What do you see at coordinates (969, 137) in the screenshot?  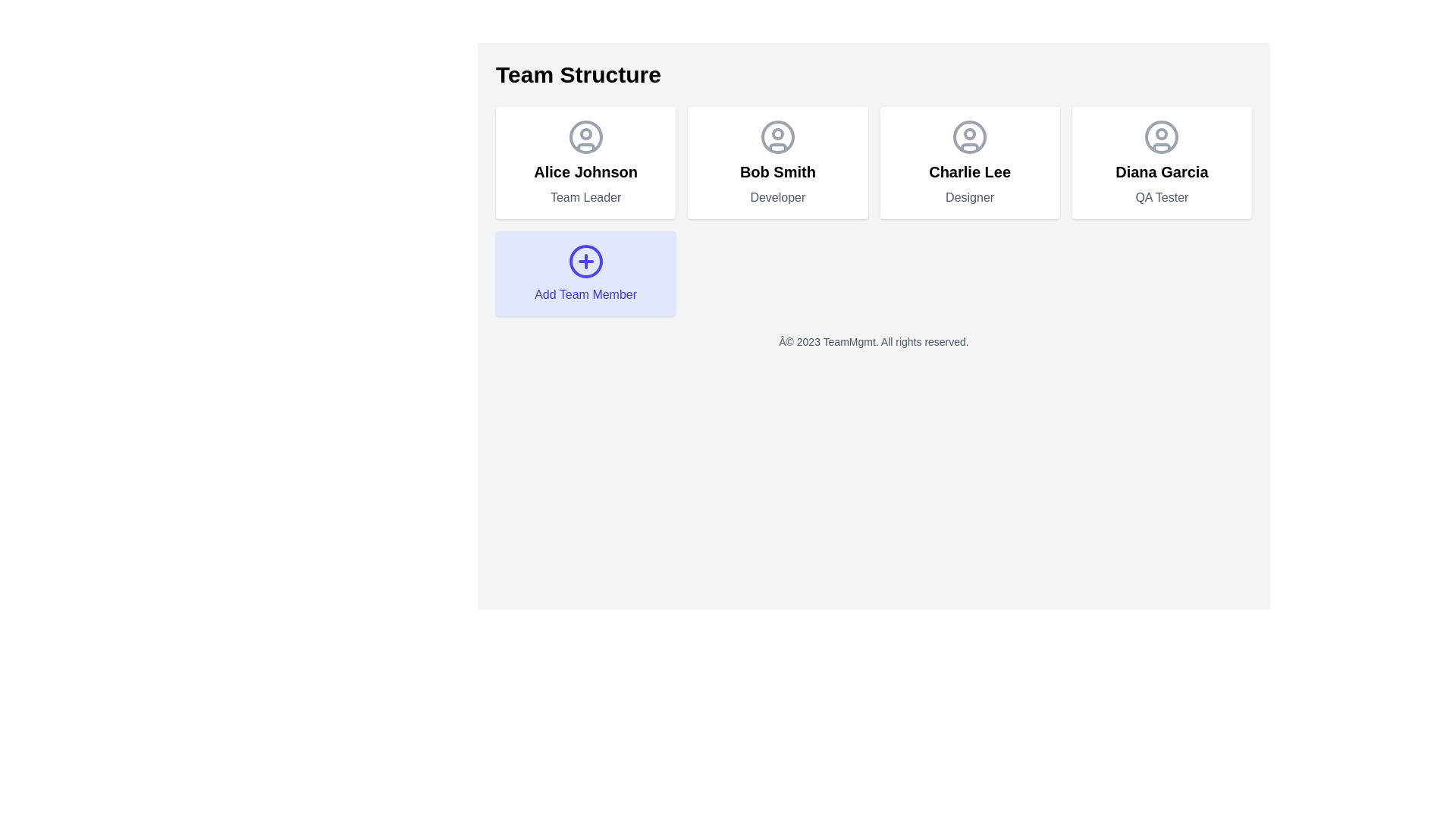 I see `the profile image icon representing 'Charlie Lee' located at the top section of the card labeled 'Charlie Lee' and 'Designer'` at bounding box center [969, 137].